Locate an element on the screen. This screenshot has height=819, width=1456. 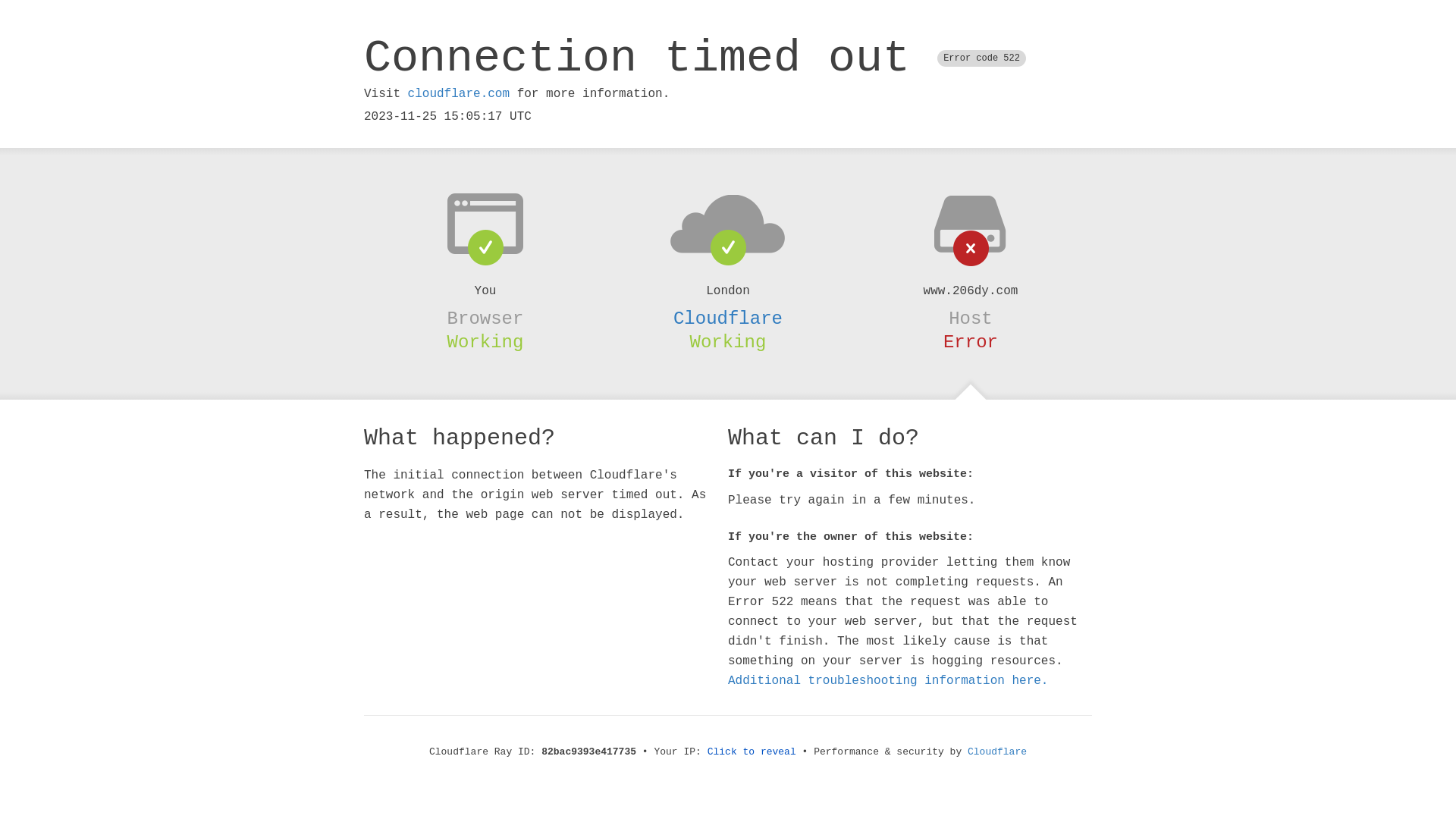
'Cloudflare' is located at coordinates (997, 752).